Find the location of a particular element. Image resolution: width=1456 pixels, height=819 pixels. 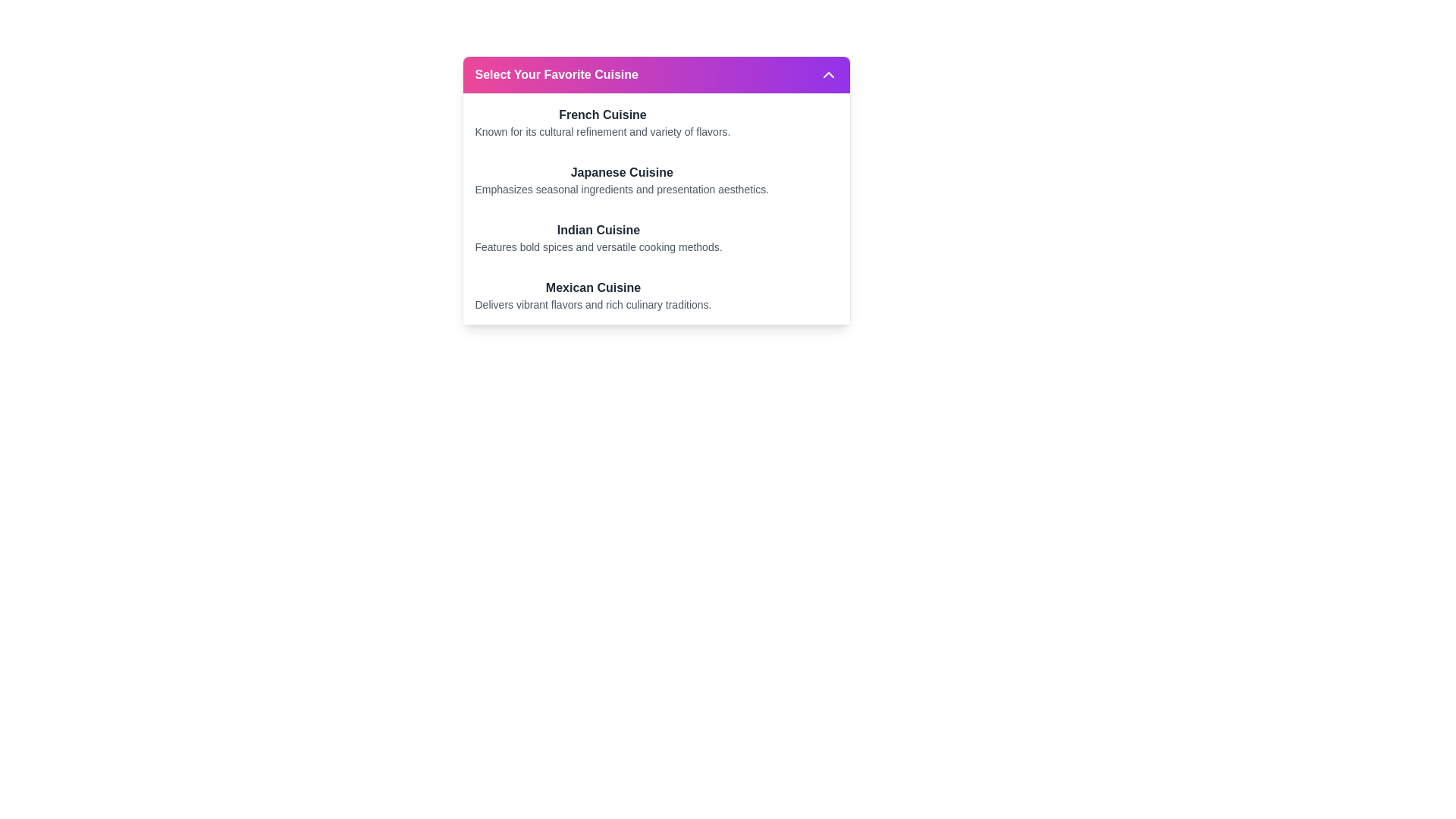

the informational block about French Cuisine, which is the first item in the list under 'Select Your Favorite Cuisine.' is located at coordinates (656, 122).